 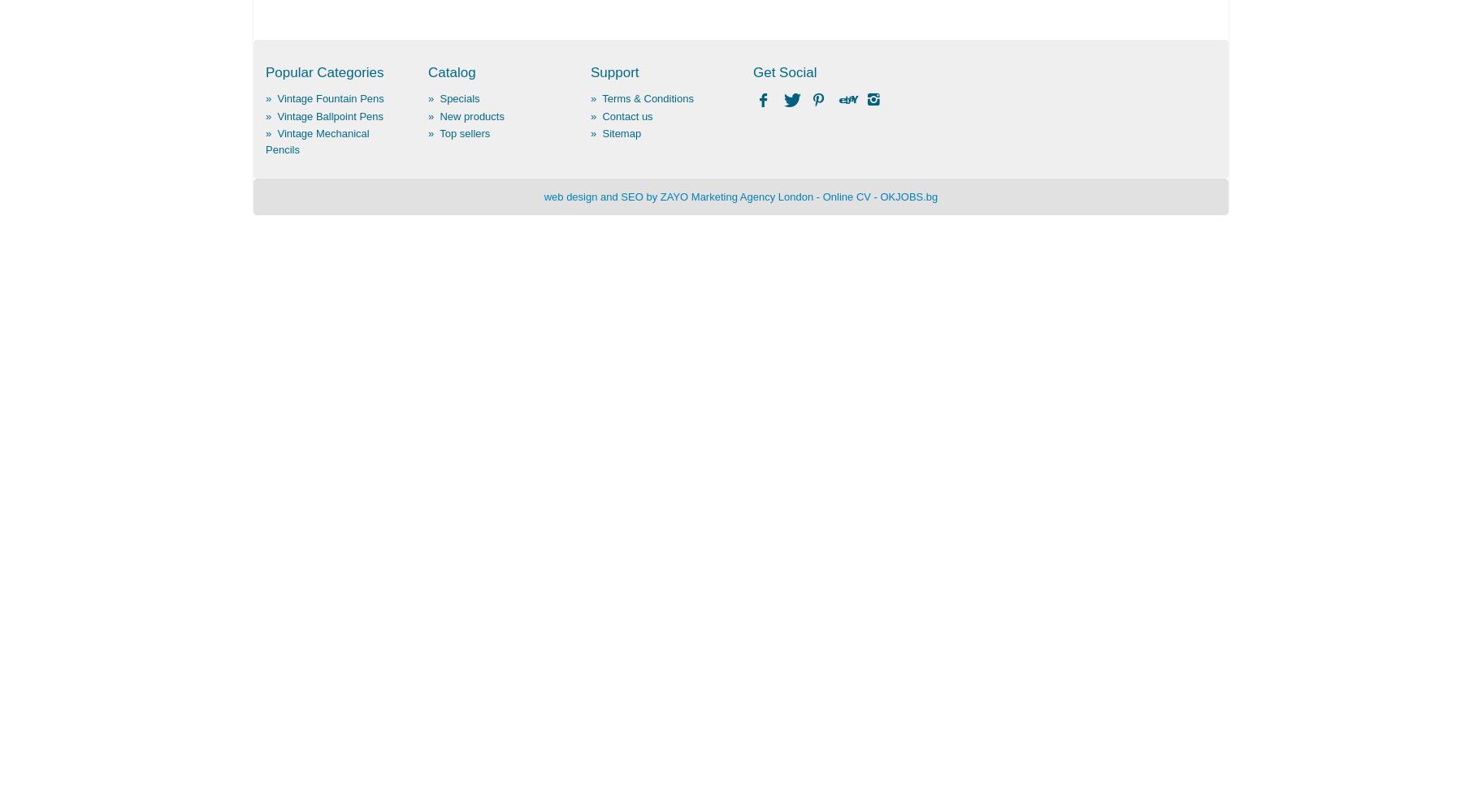 I want to click on 'Support', so click(x=614, y=71).